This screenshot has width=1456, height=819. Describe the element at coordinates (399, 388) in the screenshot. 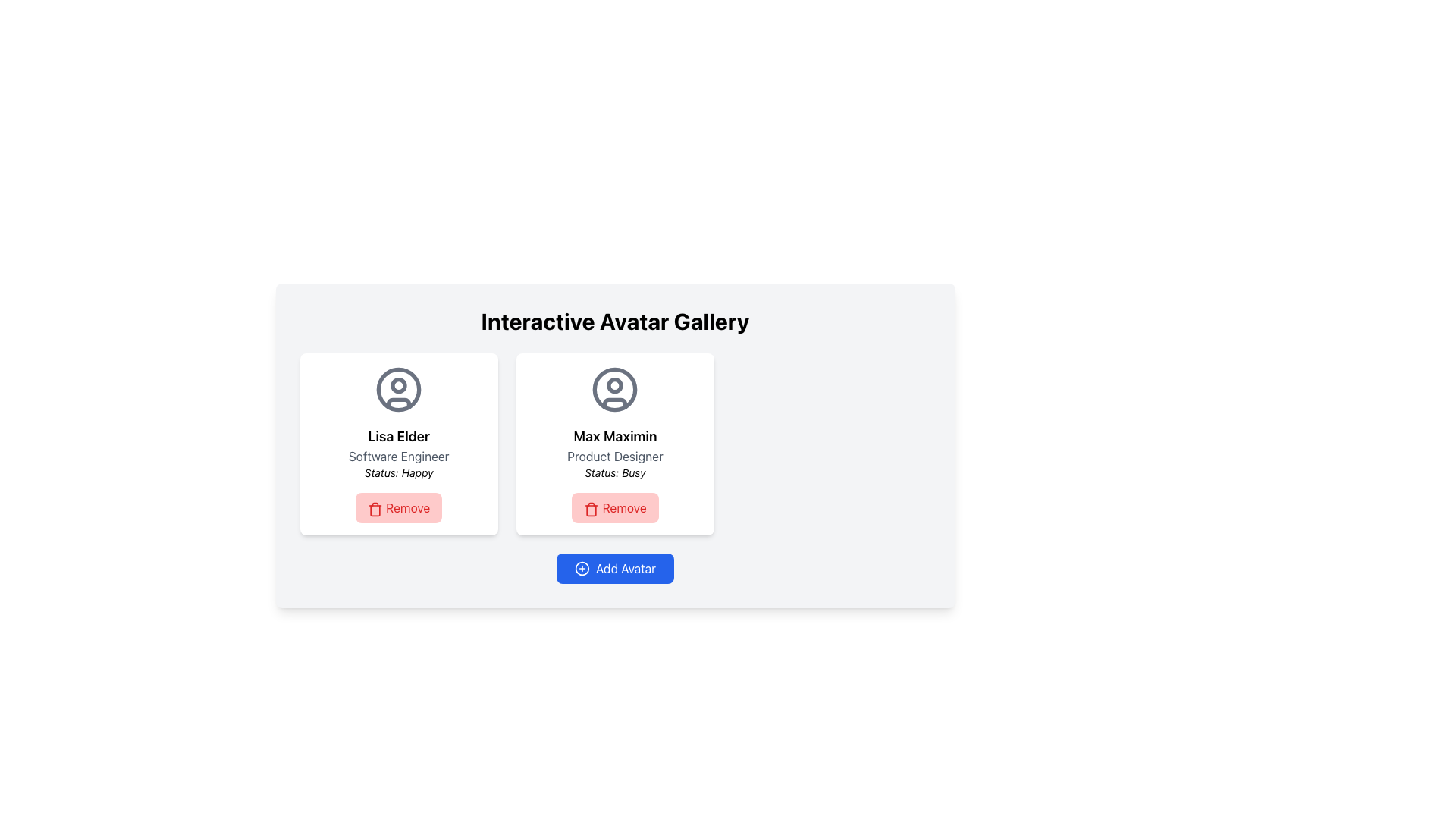

I see `the circular graphical component that resembles a ring, which is part of the avatar icon in the card labeled 'Lisa Elder'` at that location.